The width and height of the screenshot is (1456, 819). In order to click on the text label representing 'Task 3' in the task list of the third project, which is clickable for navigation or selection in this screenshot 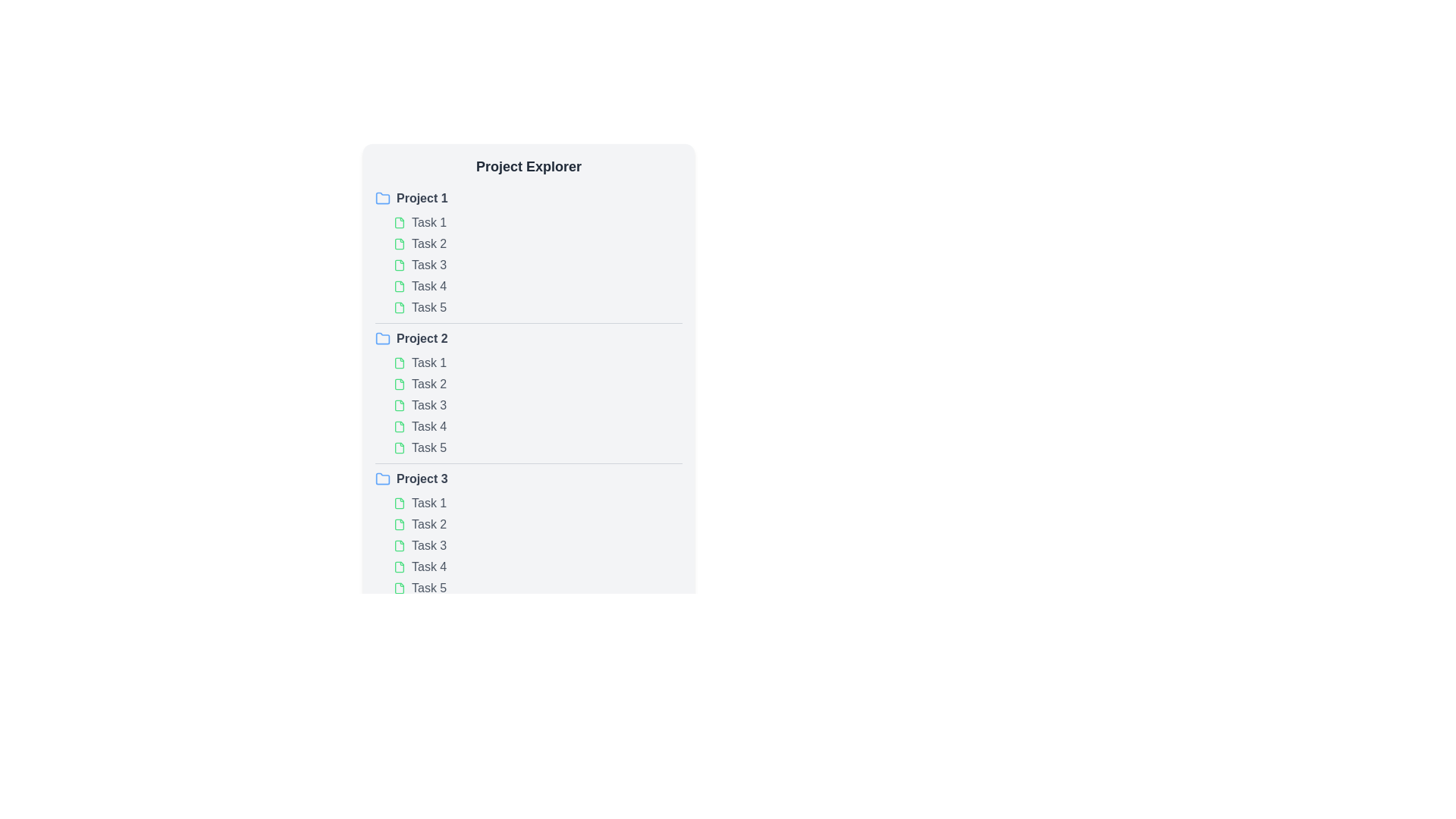, I will do `click(428, 546)`.